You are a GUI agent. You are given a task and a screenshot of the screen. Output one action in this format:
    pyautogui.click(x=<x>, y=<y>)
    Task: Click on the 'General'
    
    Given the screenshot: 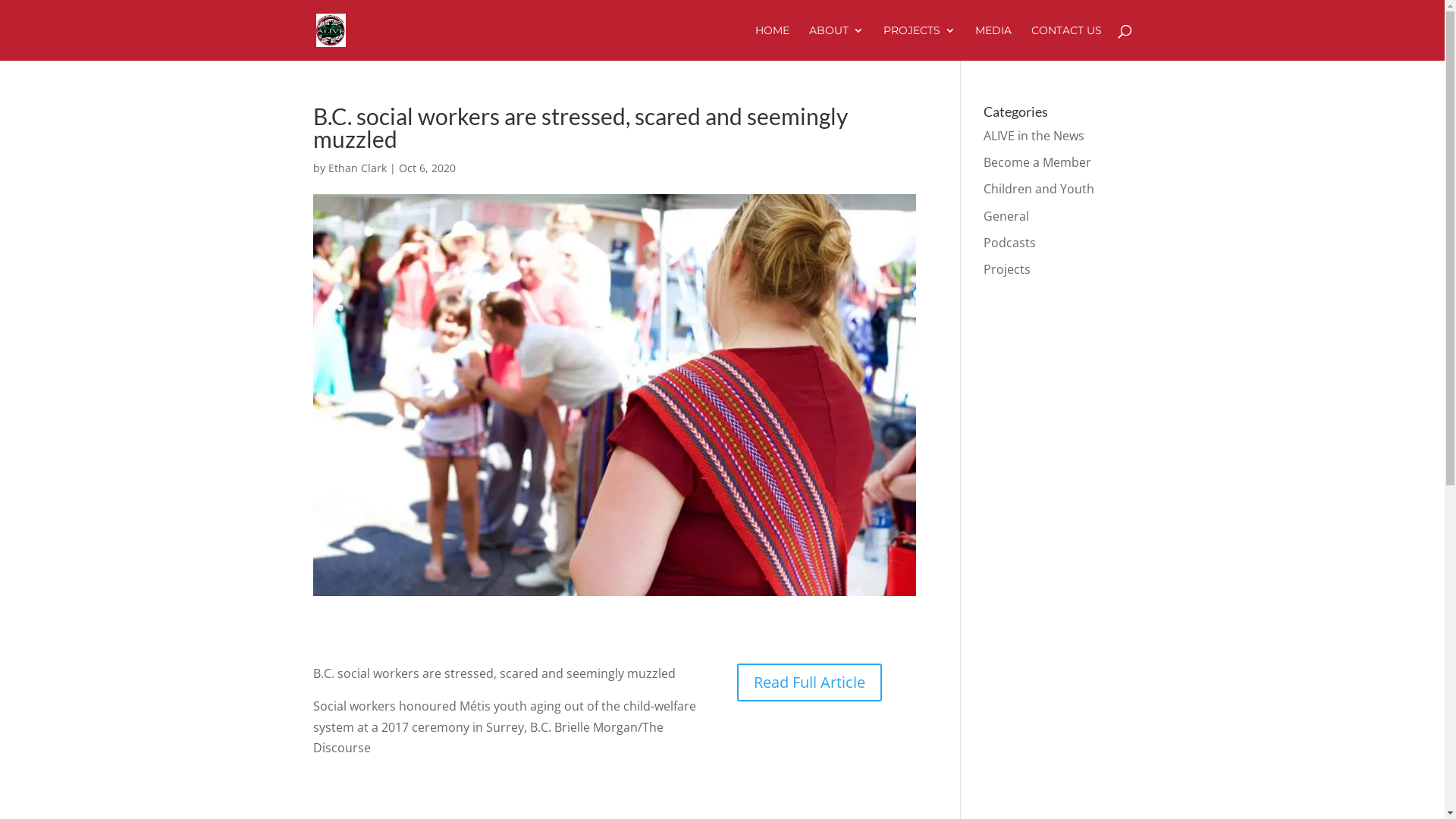 What is the action you would take?
    pyautogui.click(x=1006, y=216)
    